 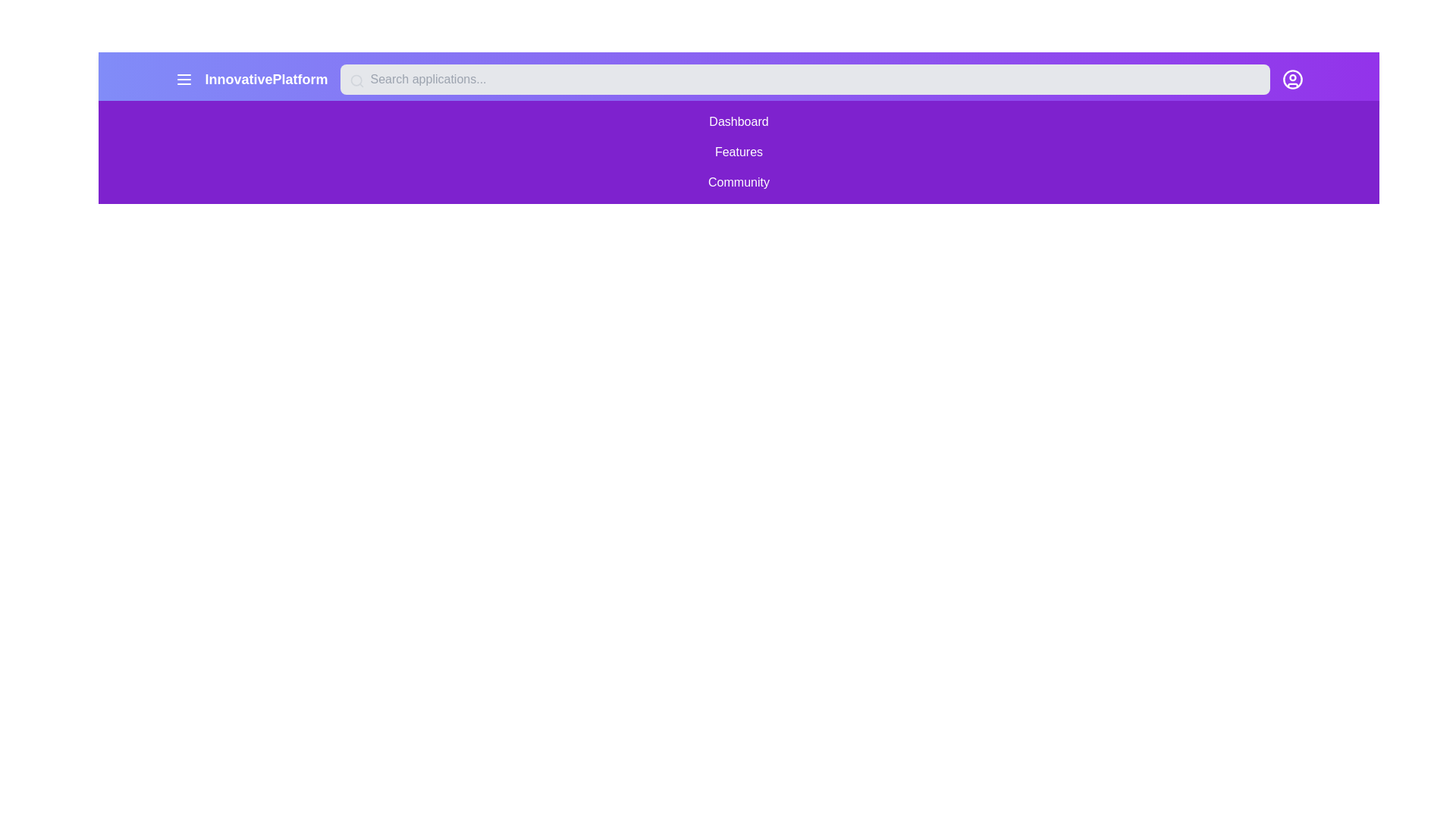 What do you see at coordinates (739, 121) in the screenshot?
I see `the menu item Dashboard from the open menu` at bounding box center [739, 121].